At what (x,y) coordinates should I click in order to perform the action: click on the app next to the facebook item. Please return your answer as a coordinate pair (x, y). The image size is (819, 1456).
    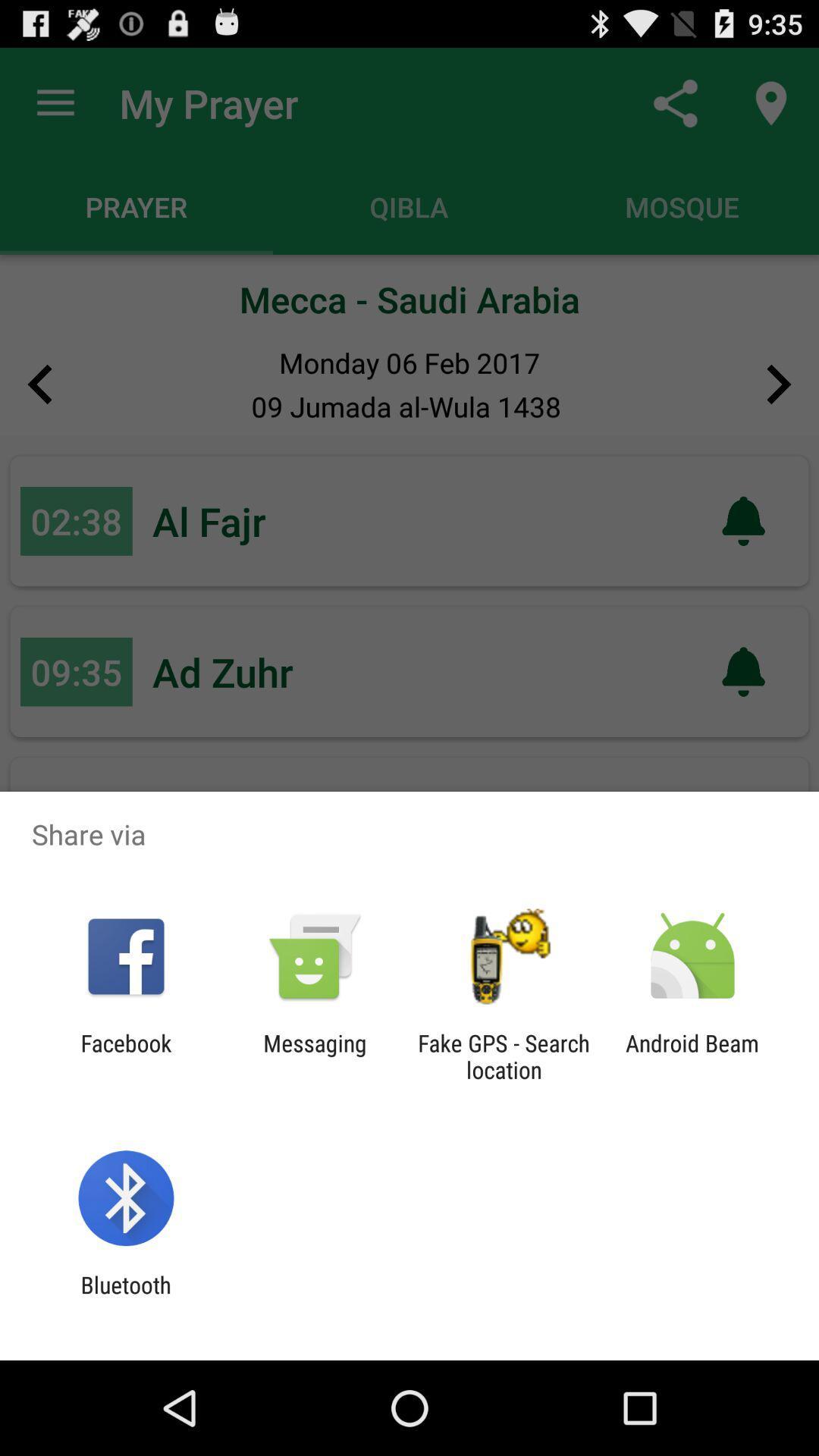
    Looking at the image, I should click on (314, 1056).